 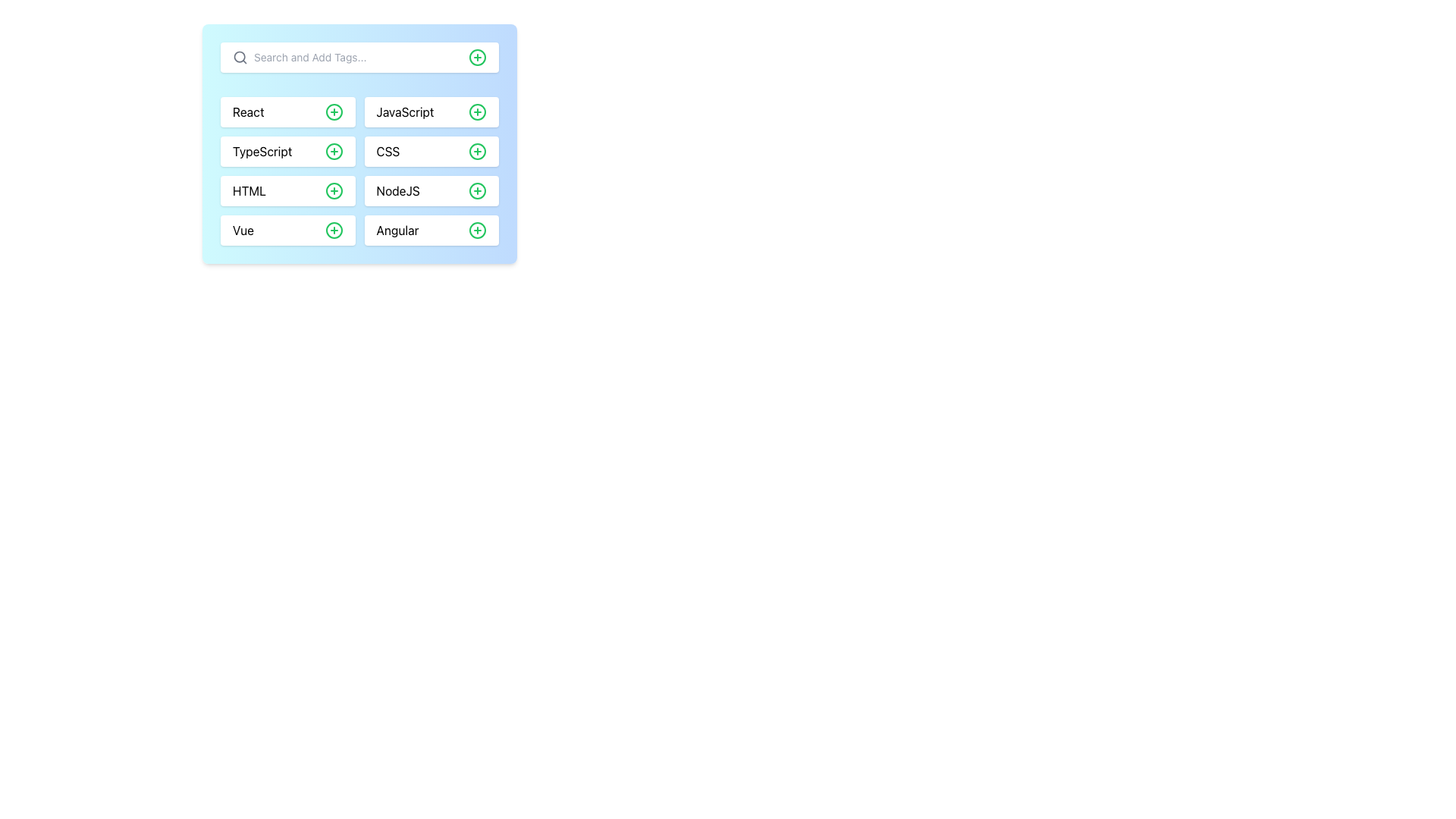 I want to click on the text label displaying 'JavaScript' which is a non-interactive element in a rectangular button with a white background and rounded corners, so click(x=405, y=111).